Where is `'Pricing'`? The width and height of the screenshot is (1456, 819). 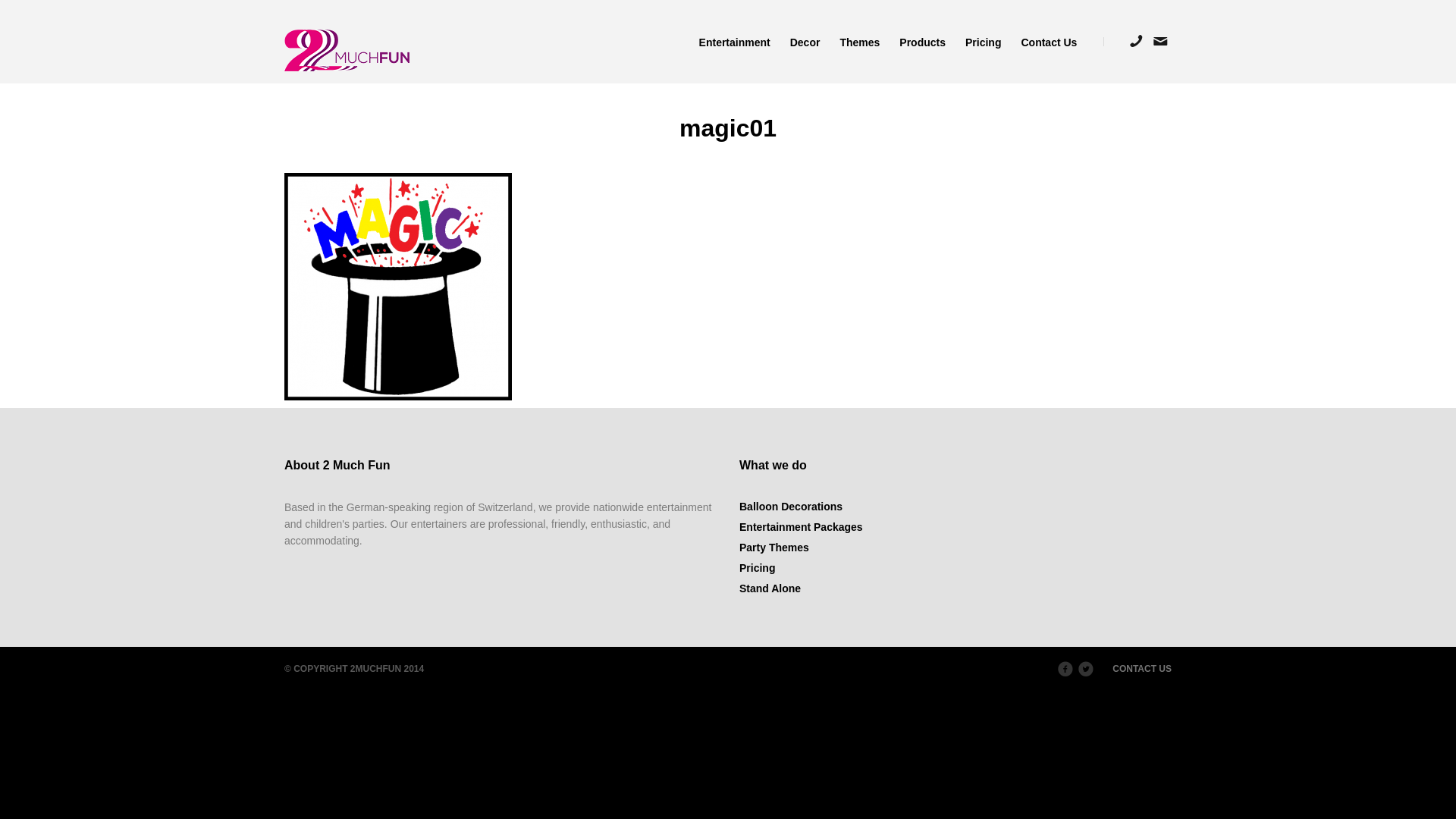 'Pricing' is located at coordinates (739, 567).